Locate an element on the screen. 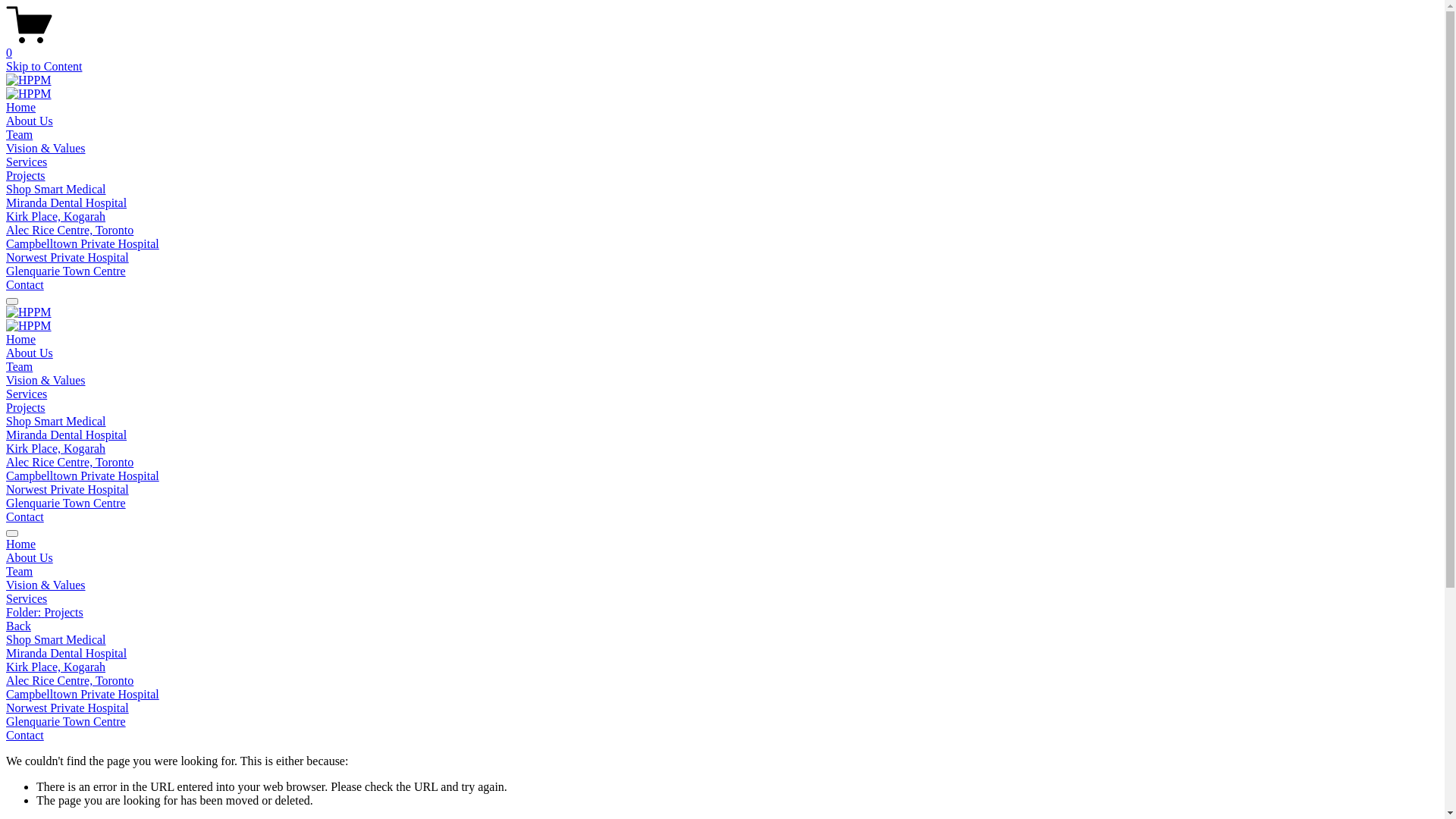 The width and height of the screenshot is (1456, 819). 'Team' is located at coordinates (19, 133).